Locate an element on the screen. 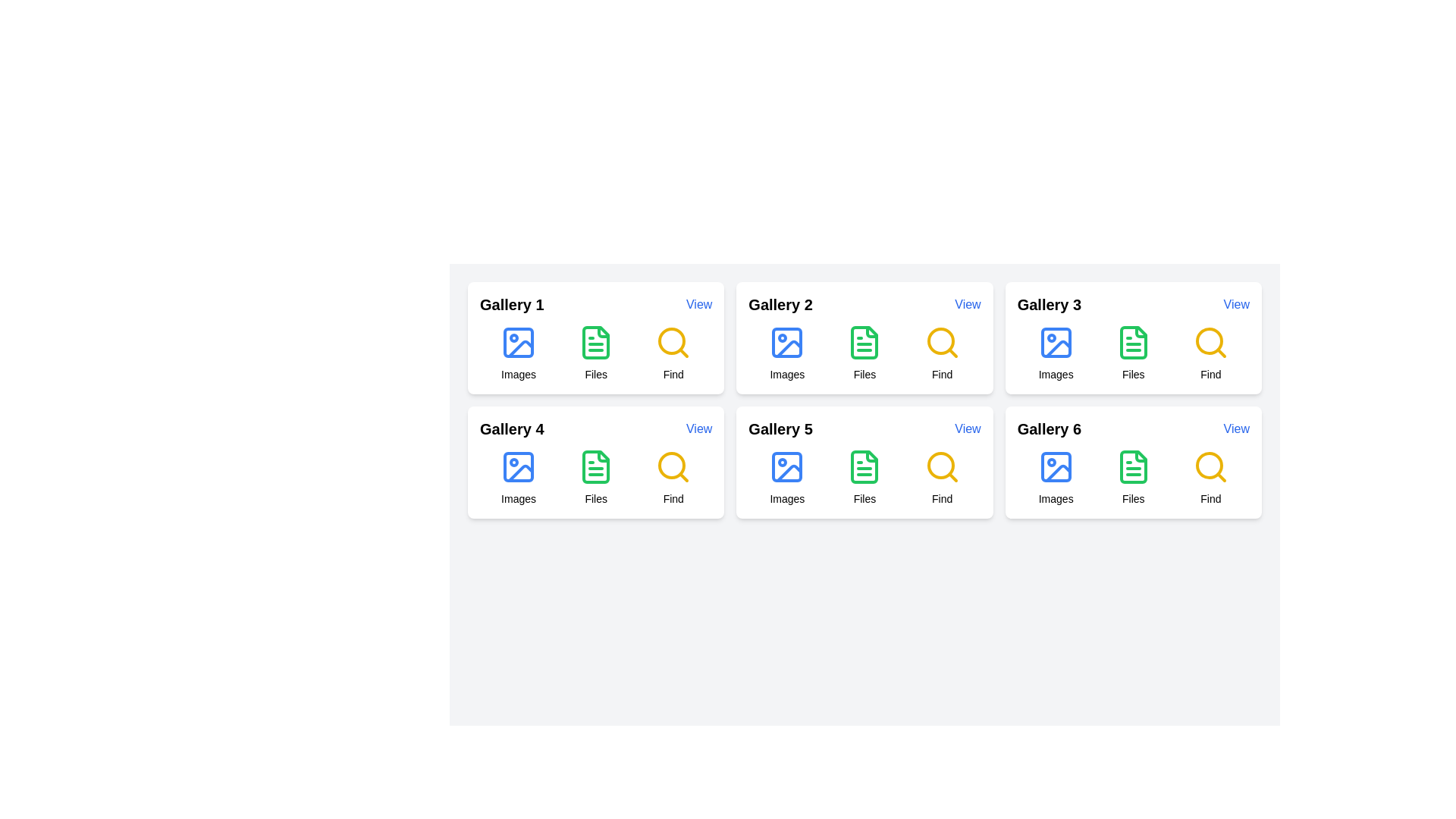 The height and width of the screenshot is (819, 1456). the icon resembling a simplified image placeholder with a mountain and sun motif, styled in blue, within the card labeled 'Gallery 4', located on the leftmost side of the second row above the 'Images' label is located at coordinates (519, 466).